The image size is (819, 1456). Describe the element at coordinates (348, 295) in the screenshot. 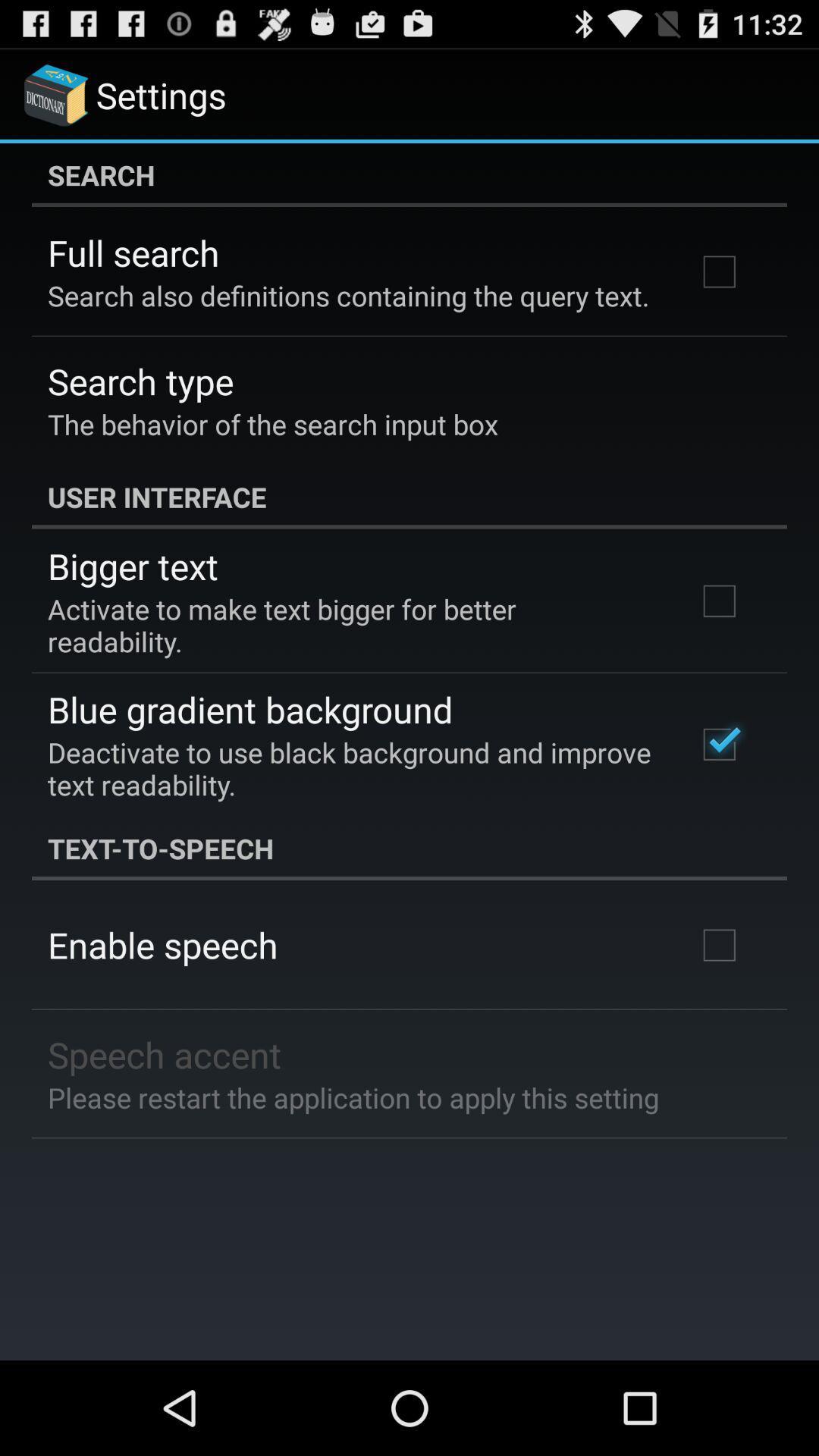

I see `the item below the full search icon` at that location.